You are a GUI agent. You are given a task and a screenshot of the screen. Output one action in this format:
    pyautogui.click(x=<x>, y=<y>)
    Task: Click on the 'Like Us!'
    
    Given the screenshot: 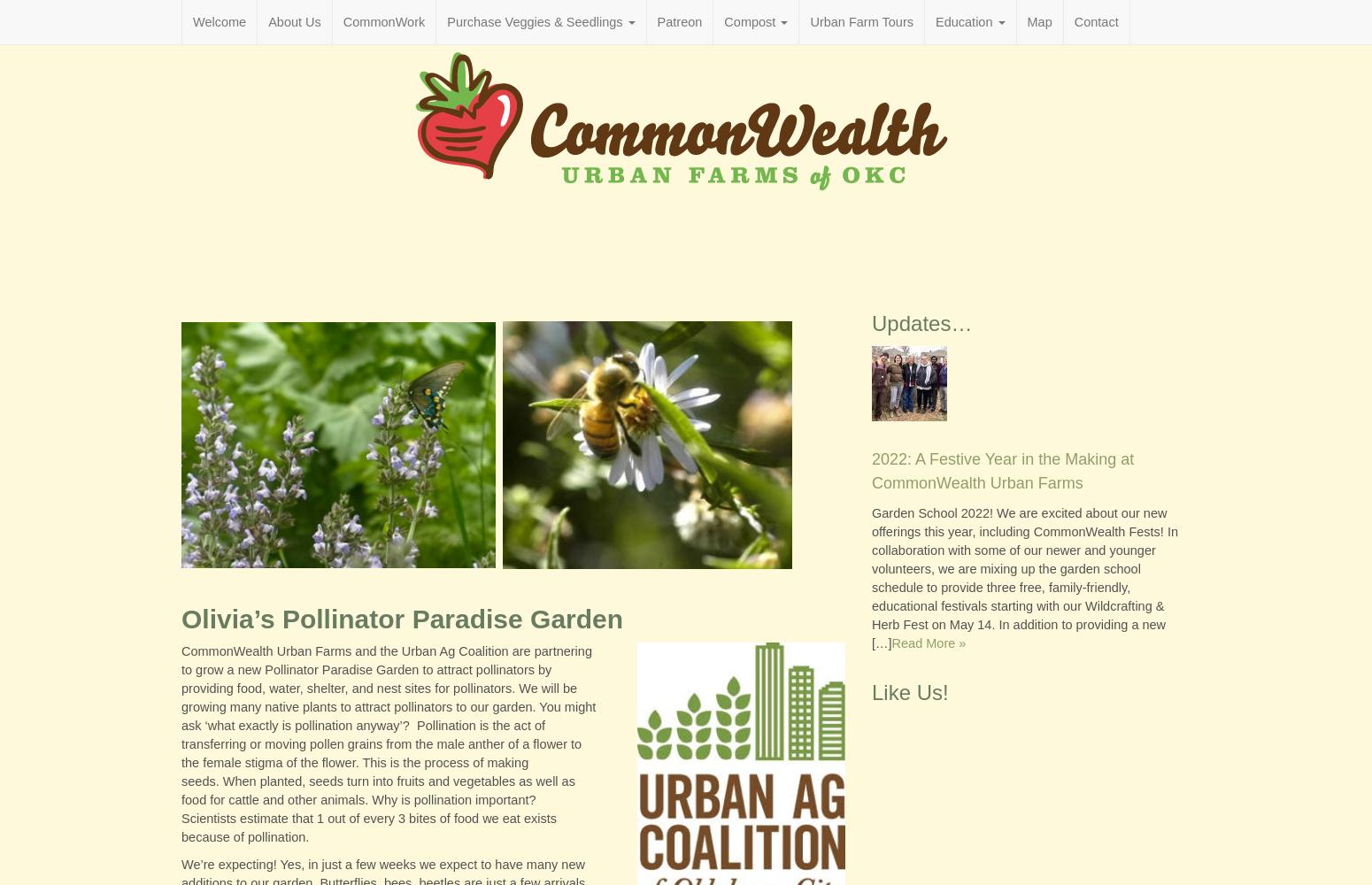 What is the action you would take?
    pyautogui.click(x=909, y=691)
    